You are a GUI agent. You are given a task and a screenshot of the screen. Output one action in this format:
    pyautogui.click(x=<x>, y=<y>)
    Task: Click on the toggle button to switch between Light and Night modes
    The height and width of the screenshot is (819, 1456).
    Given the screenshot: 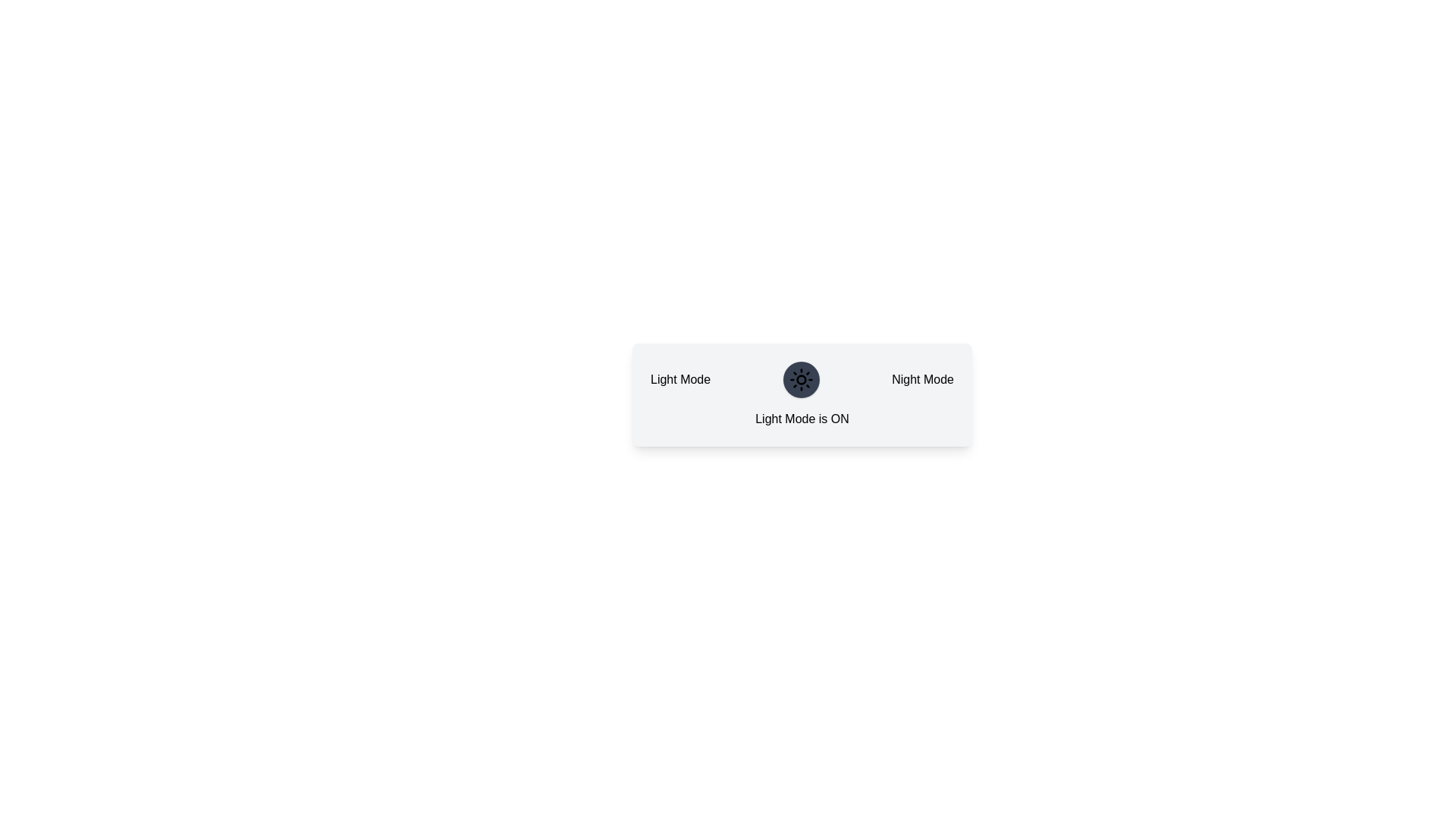 What is the action you would take?
    pyautogui.click(x=800, y=379)
    